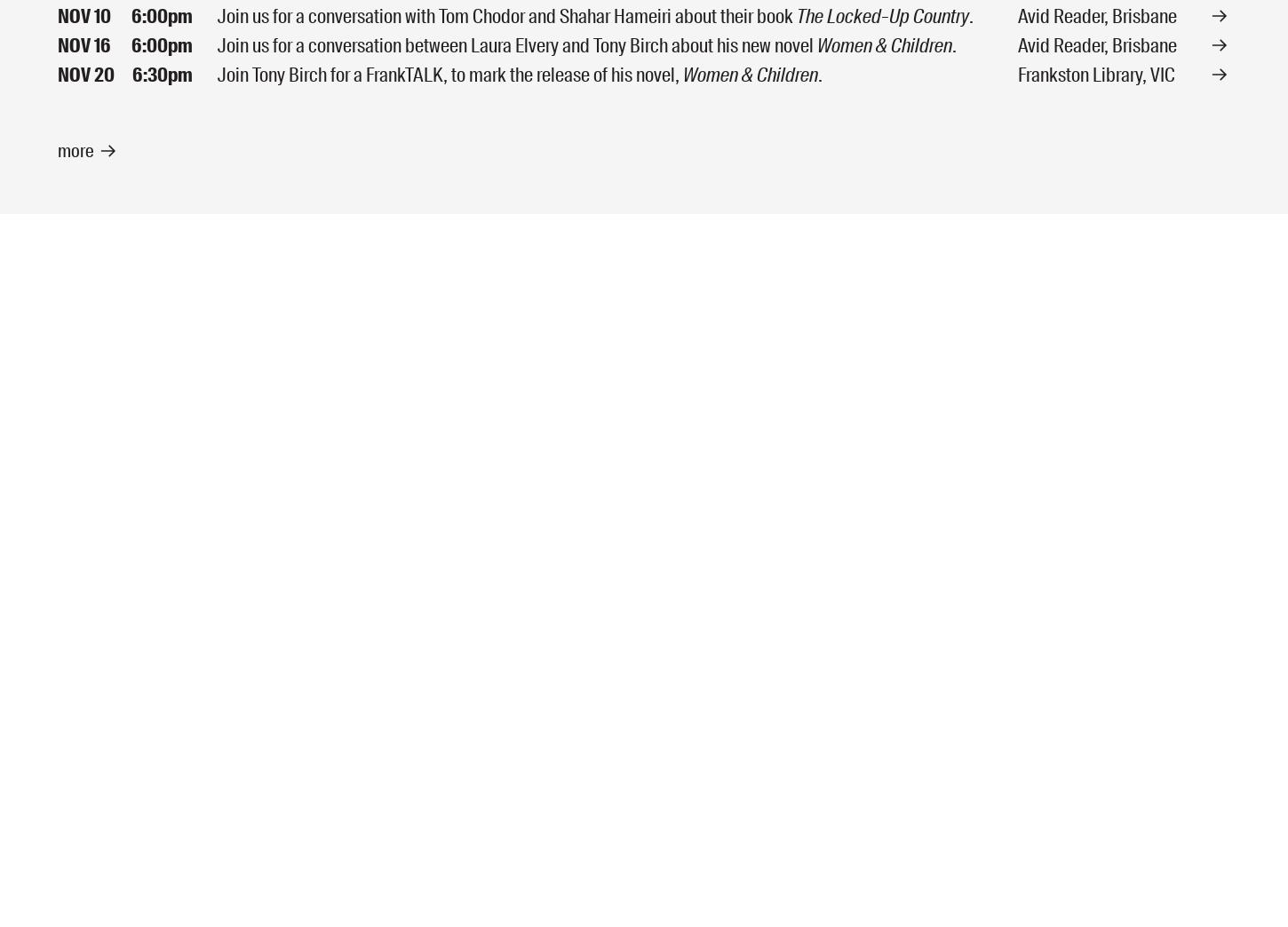  What do you see at coordinates (1096, 74) in the screenshot?
I see `'Frankston Library, VIC'` at bounding box center [1096, 74].